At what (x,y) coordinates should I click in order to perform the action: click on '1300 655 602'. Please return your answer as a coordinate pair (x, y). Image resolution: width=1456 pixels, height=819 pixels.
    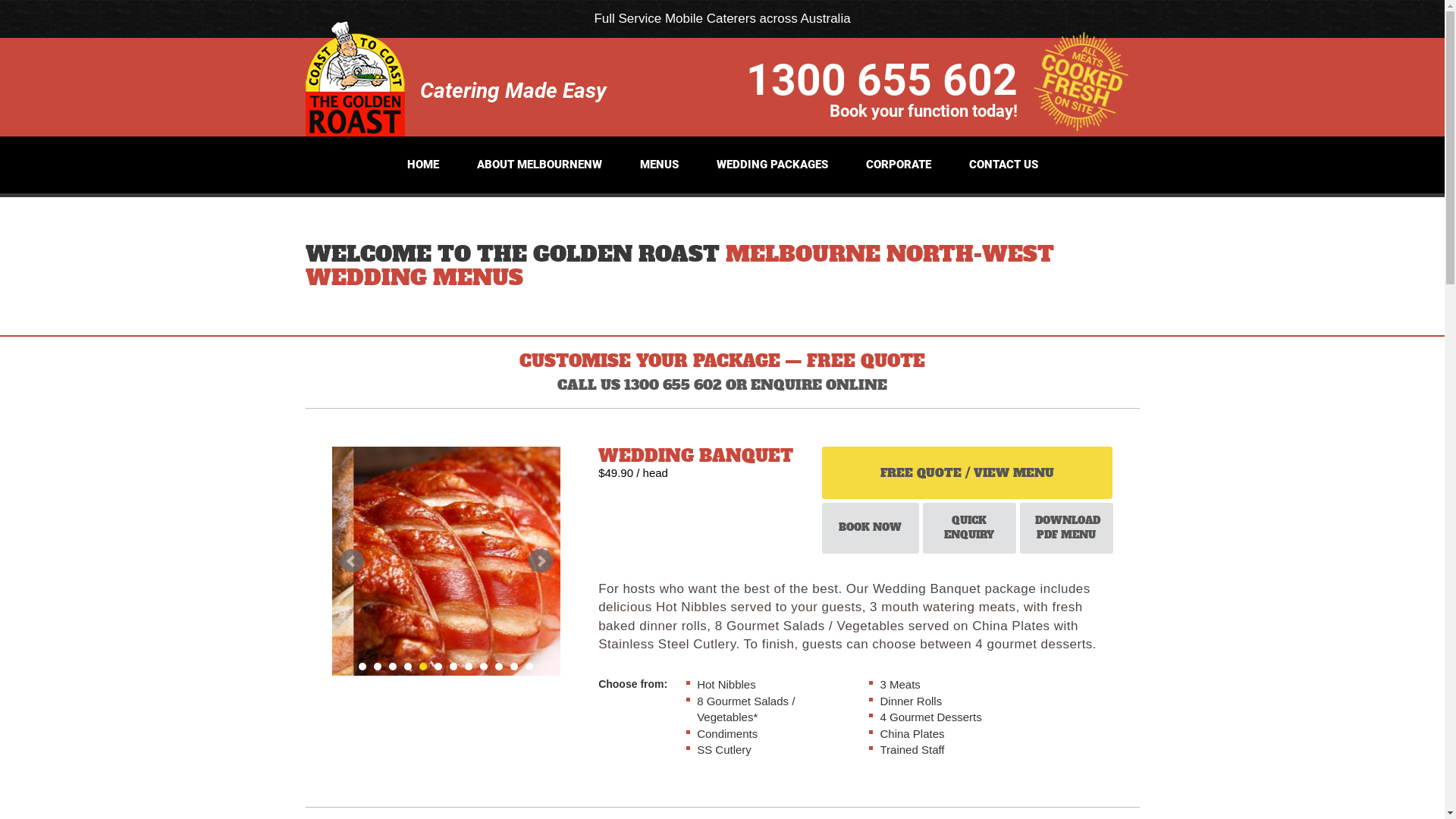
    Looking at the image, I should click on (881, 78).